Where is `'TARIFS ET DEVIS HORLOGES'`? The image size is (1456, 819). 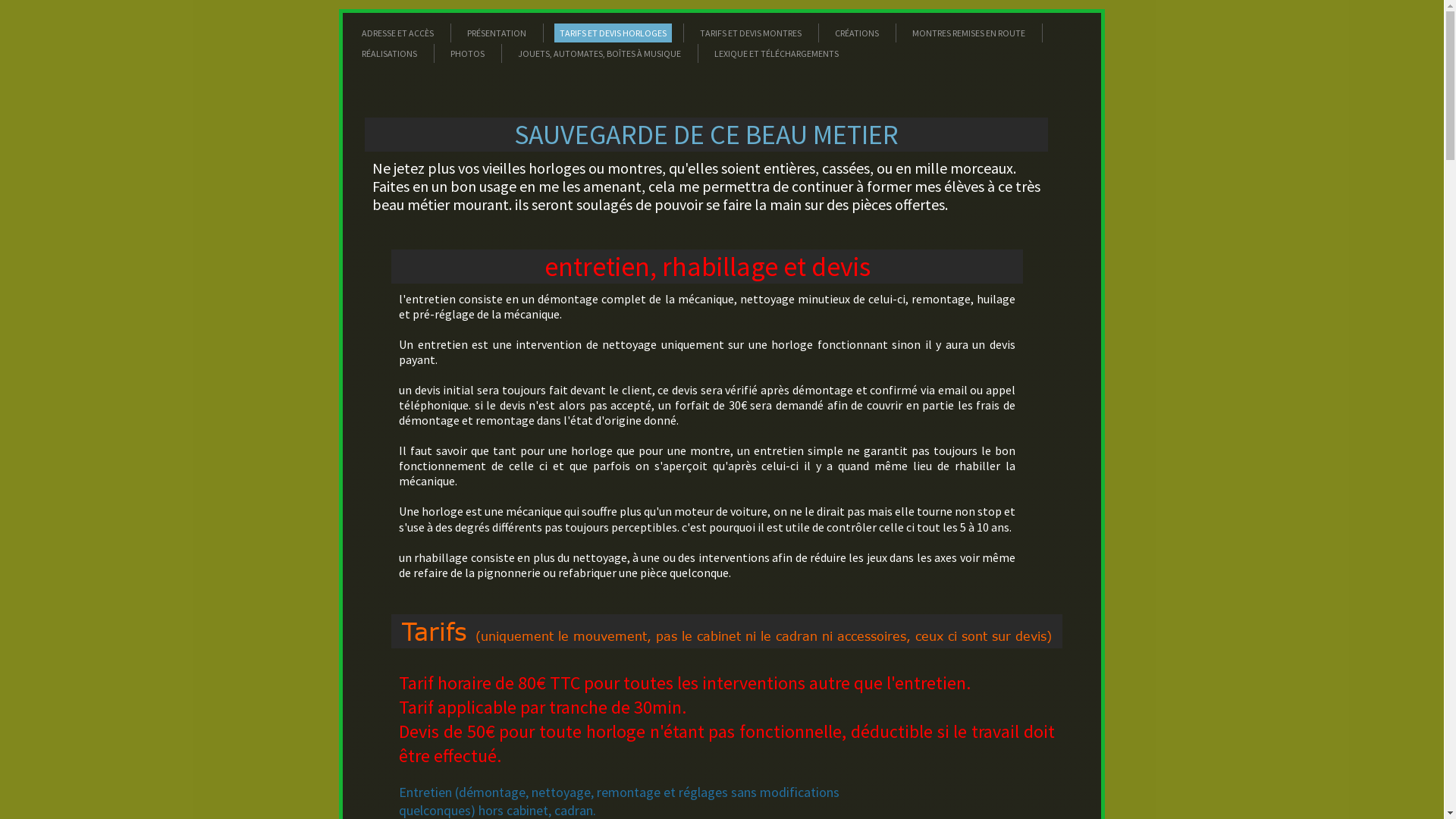
'TARIFS ET DEVIS HORLOGES' is located at coordinates (613, 33).